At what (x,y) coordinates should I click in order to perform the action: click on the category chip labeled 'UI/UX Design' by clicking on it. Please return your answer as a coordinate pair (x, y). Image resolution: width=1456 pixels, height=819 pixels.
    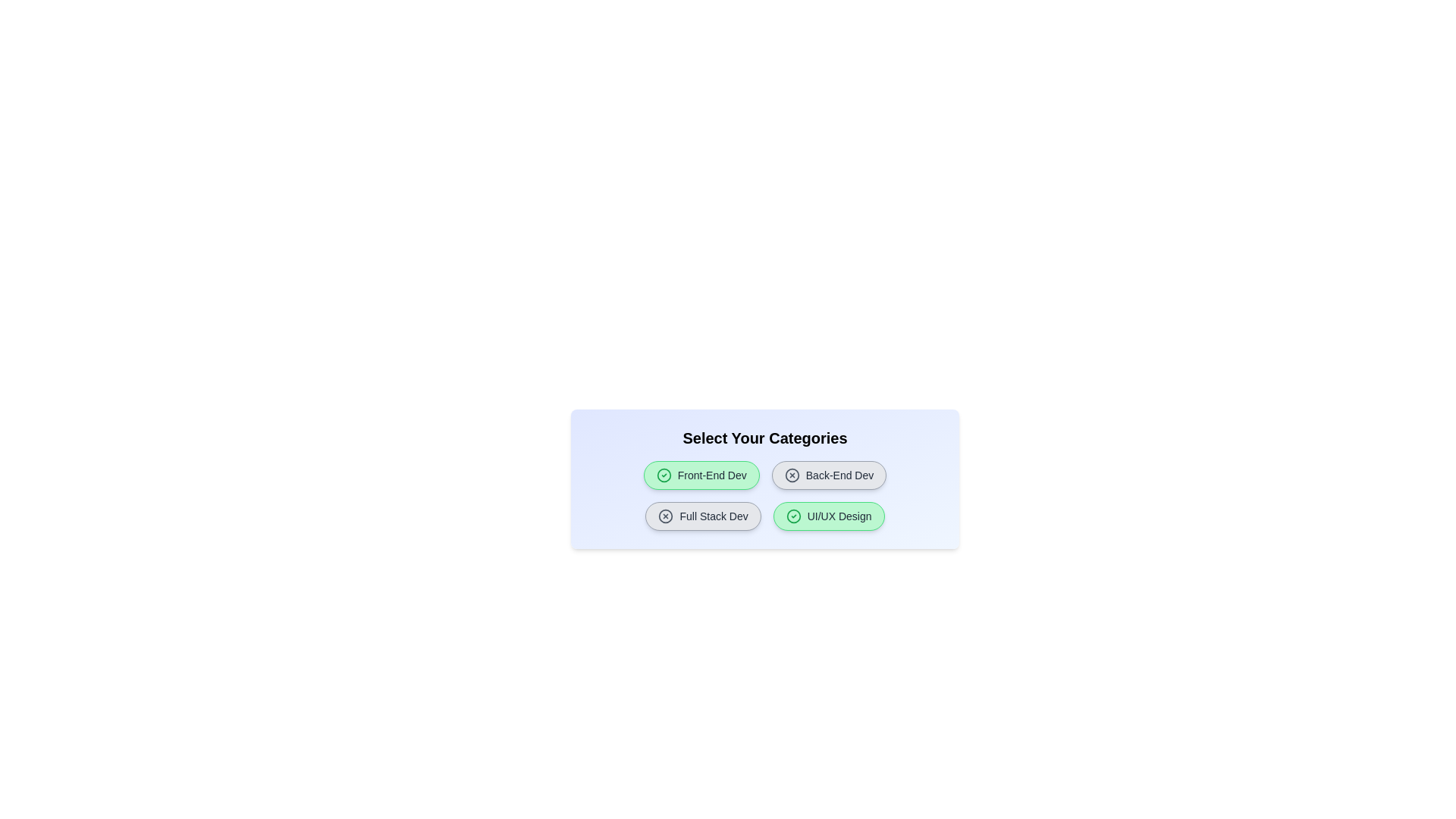
    Looking at the image, I should click on (828, 516).